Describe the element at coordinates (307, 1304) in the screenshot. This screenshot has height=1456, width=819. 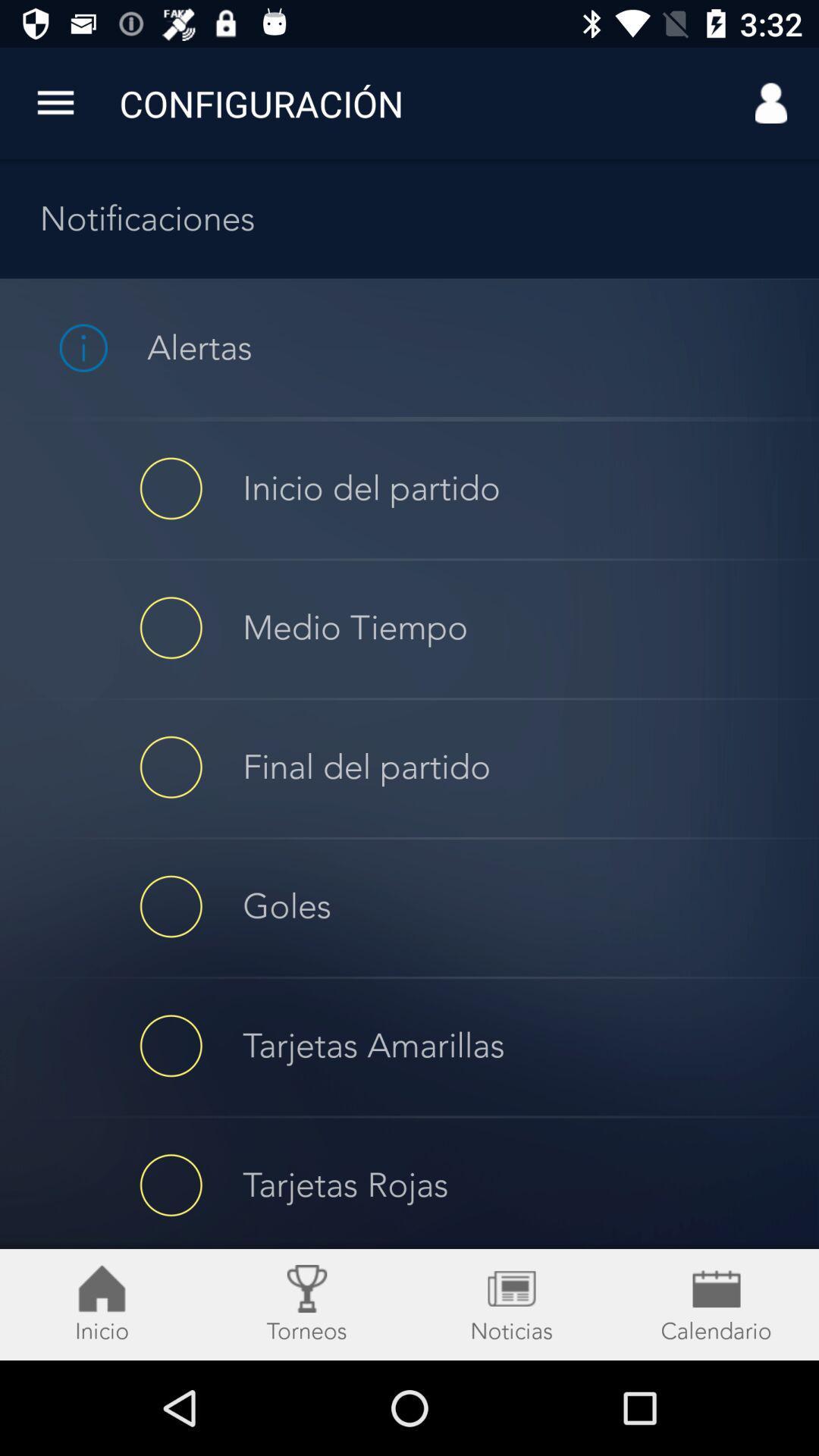
I see `the location icon` at that location.